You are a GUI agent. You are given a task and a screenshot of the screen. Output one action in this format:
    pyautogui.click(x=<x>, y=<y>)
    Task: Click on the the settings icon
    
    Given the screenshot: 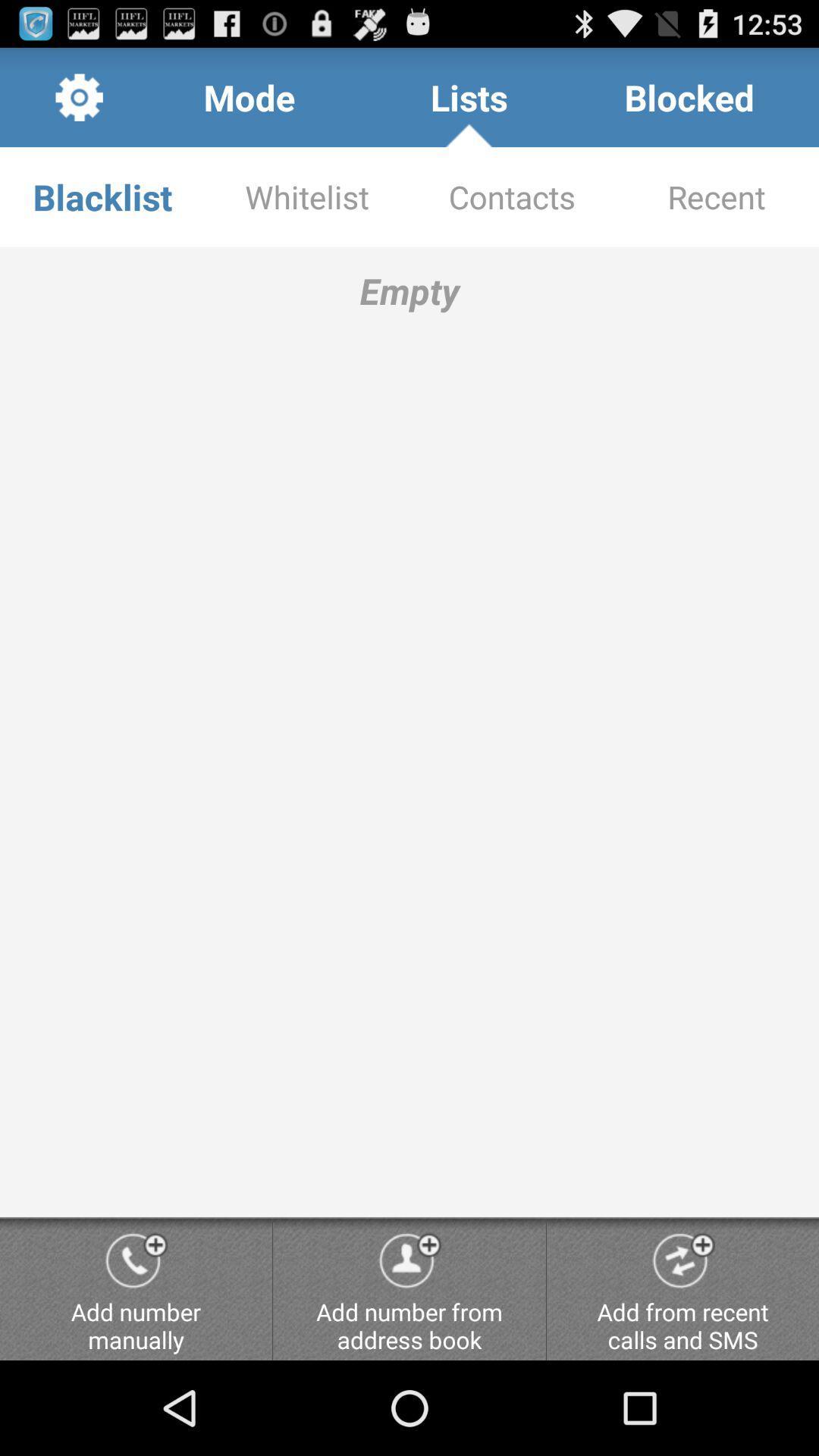 What is the action you would take?
    pyautogui.click(x=79, y=103)
    